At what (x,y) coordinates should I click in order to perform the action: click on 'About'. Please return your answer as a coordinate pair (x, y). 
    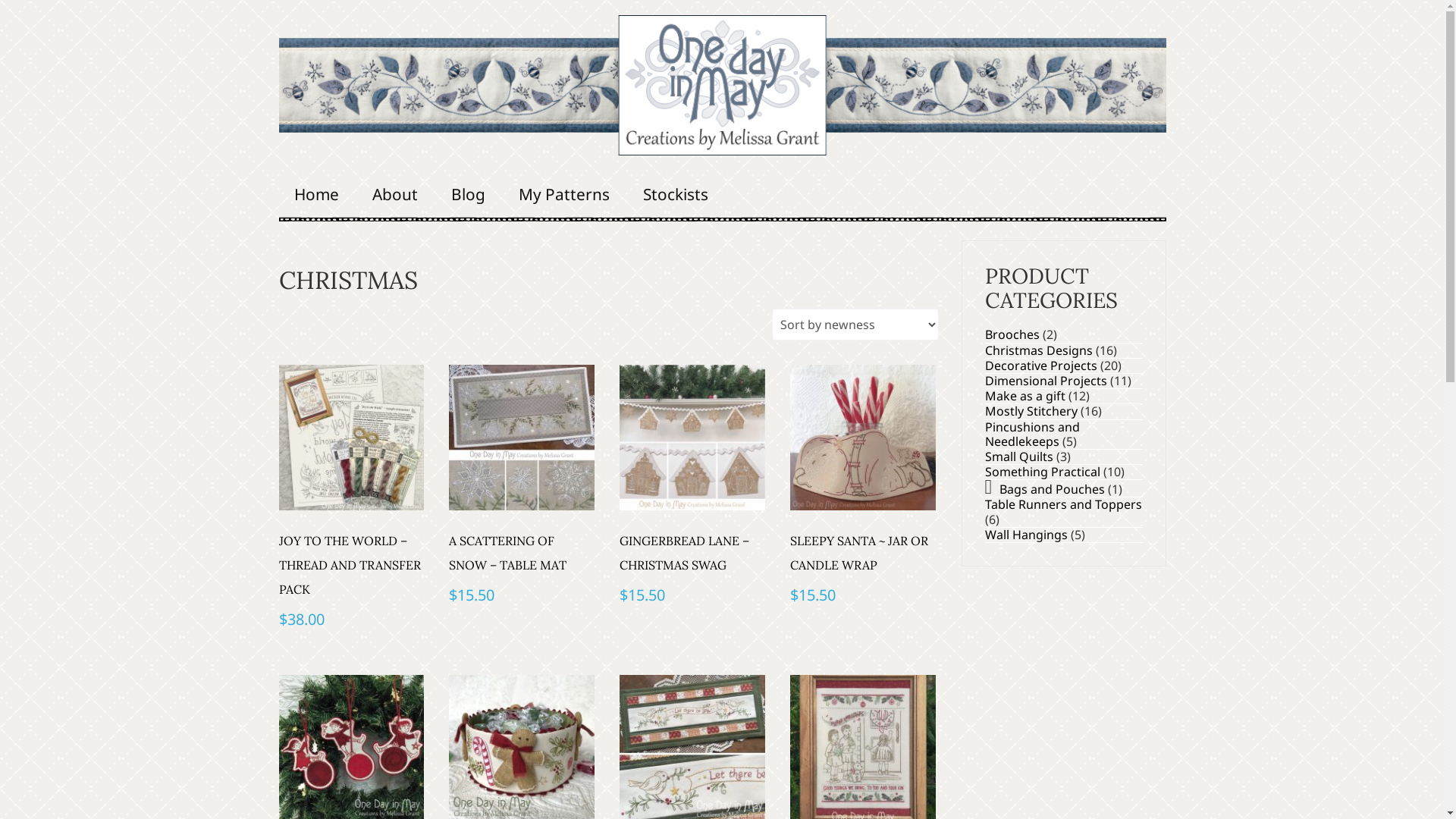
    Looking at the image, I should click on (394, 193).